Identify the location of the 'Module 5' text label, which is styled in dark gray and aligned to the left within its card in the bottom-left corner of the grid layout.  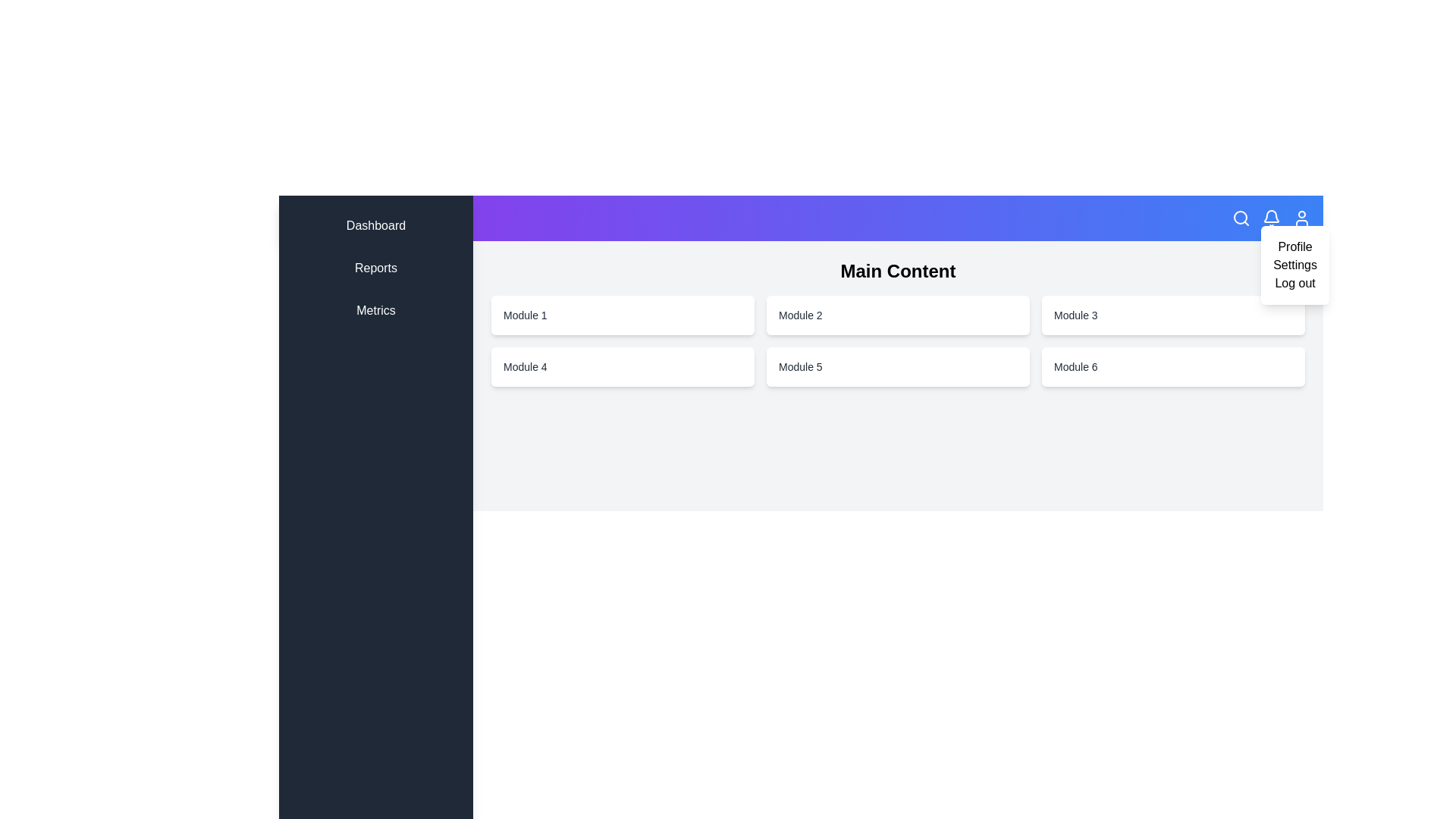
(799, 366).